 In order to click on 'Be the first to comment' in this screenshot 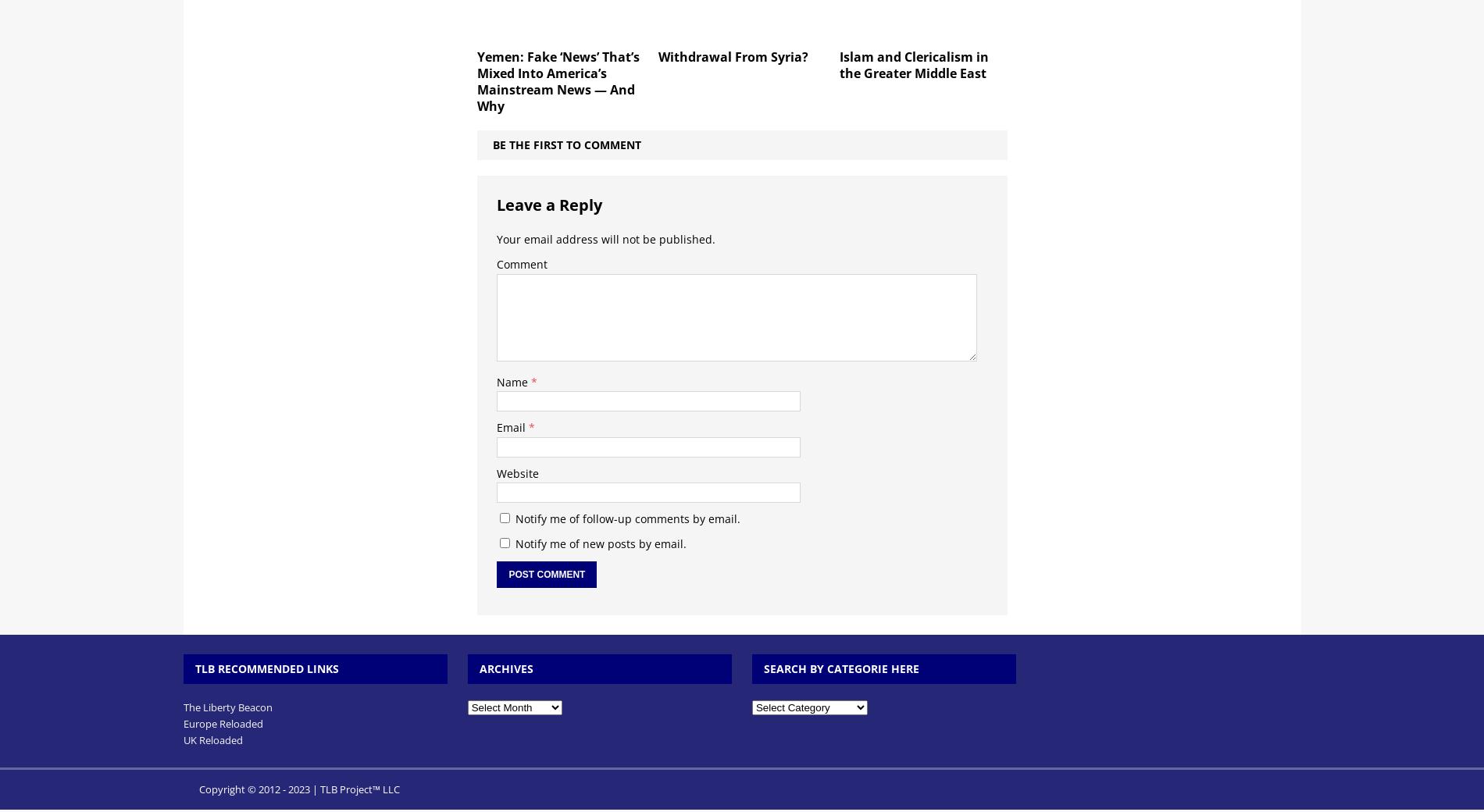, I will do `click(492, 144)`.